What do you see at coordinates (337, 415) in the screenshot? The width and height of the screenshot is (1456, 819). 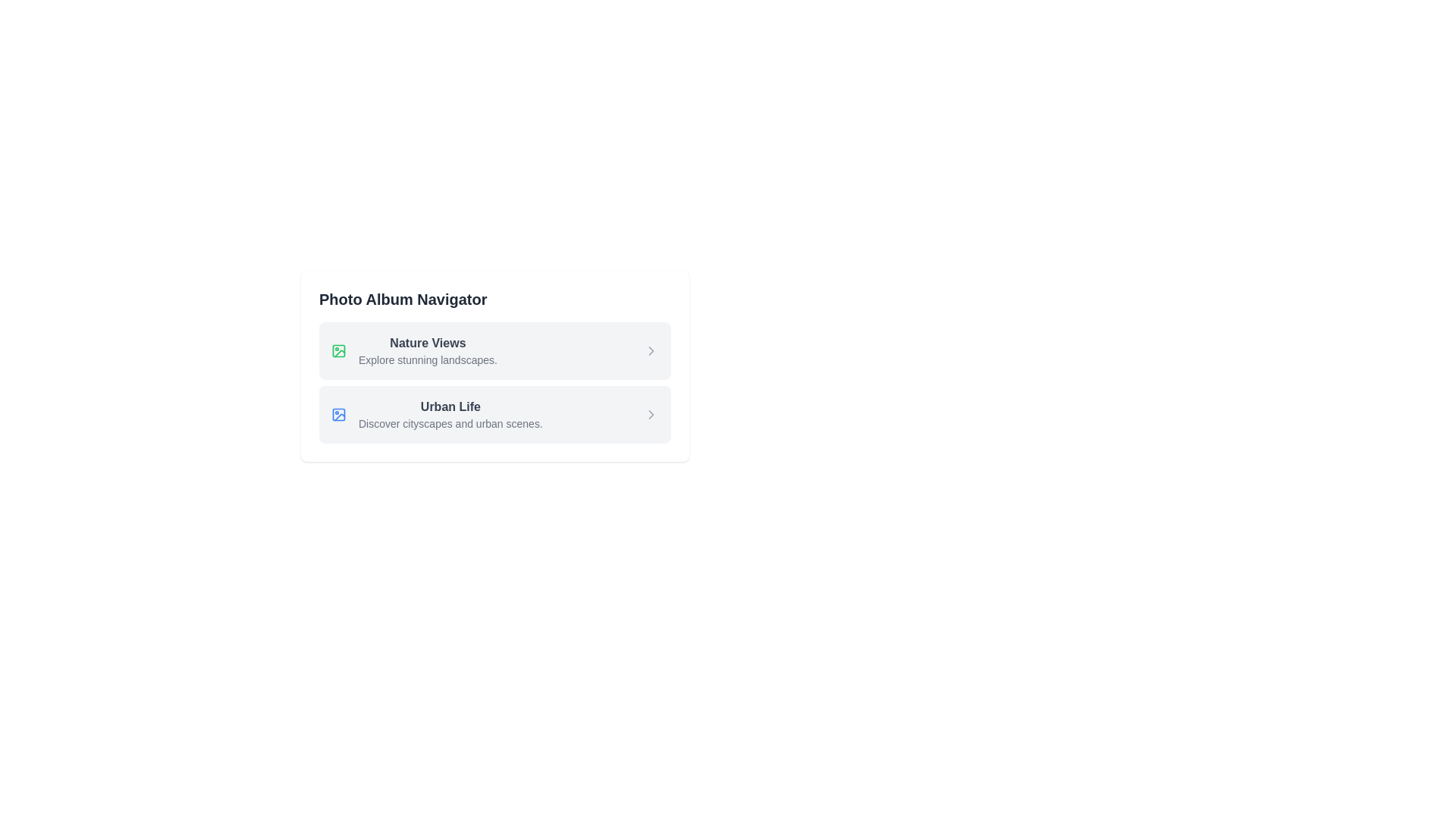 I see `the blue image icon representing a photo, which is located to the left of the 'Urban Life' title and 'Discover cityscapes and urban scenes.' description` at bounding box center [337, 415].